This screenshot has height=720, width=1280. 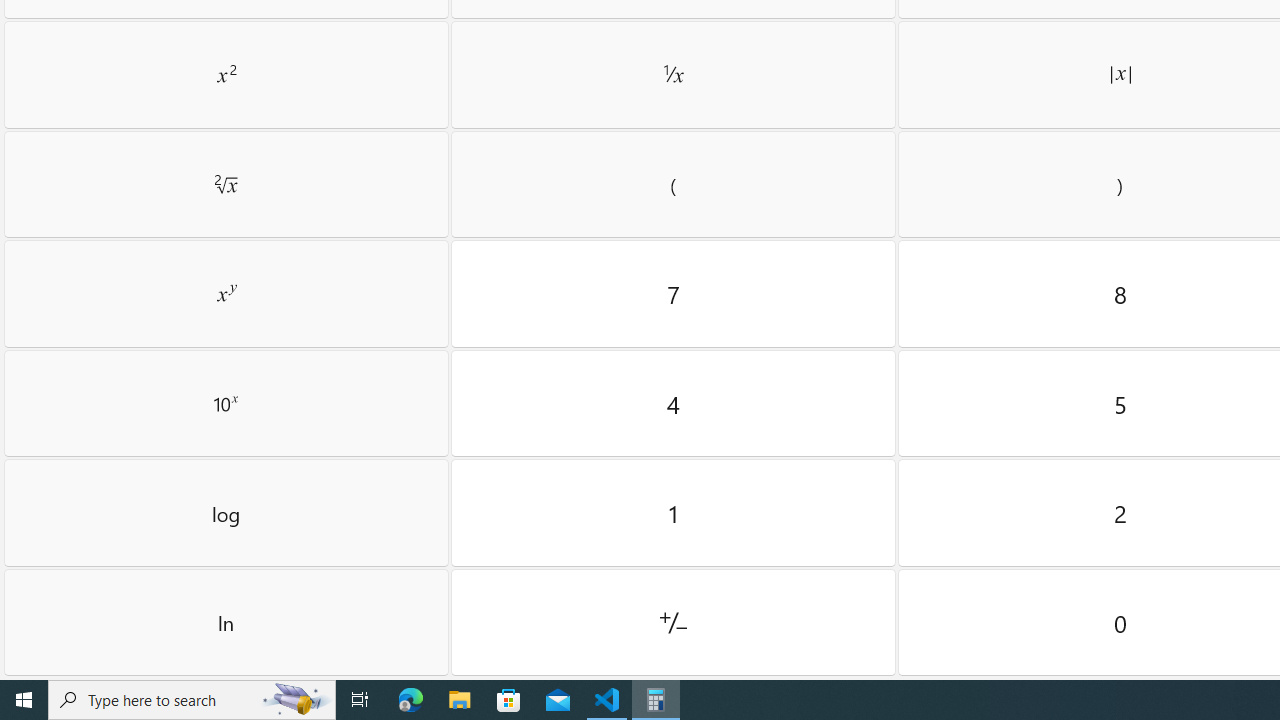 I want to click on 'Left parenthesis', so click(x=673, y=184).